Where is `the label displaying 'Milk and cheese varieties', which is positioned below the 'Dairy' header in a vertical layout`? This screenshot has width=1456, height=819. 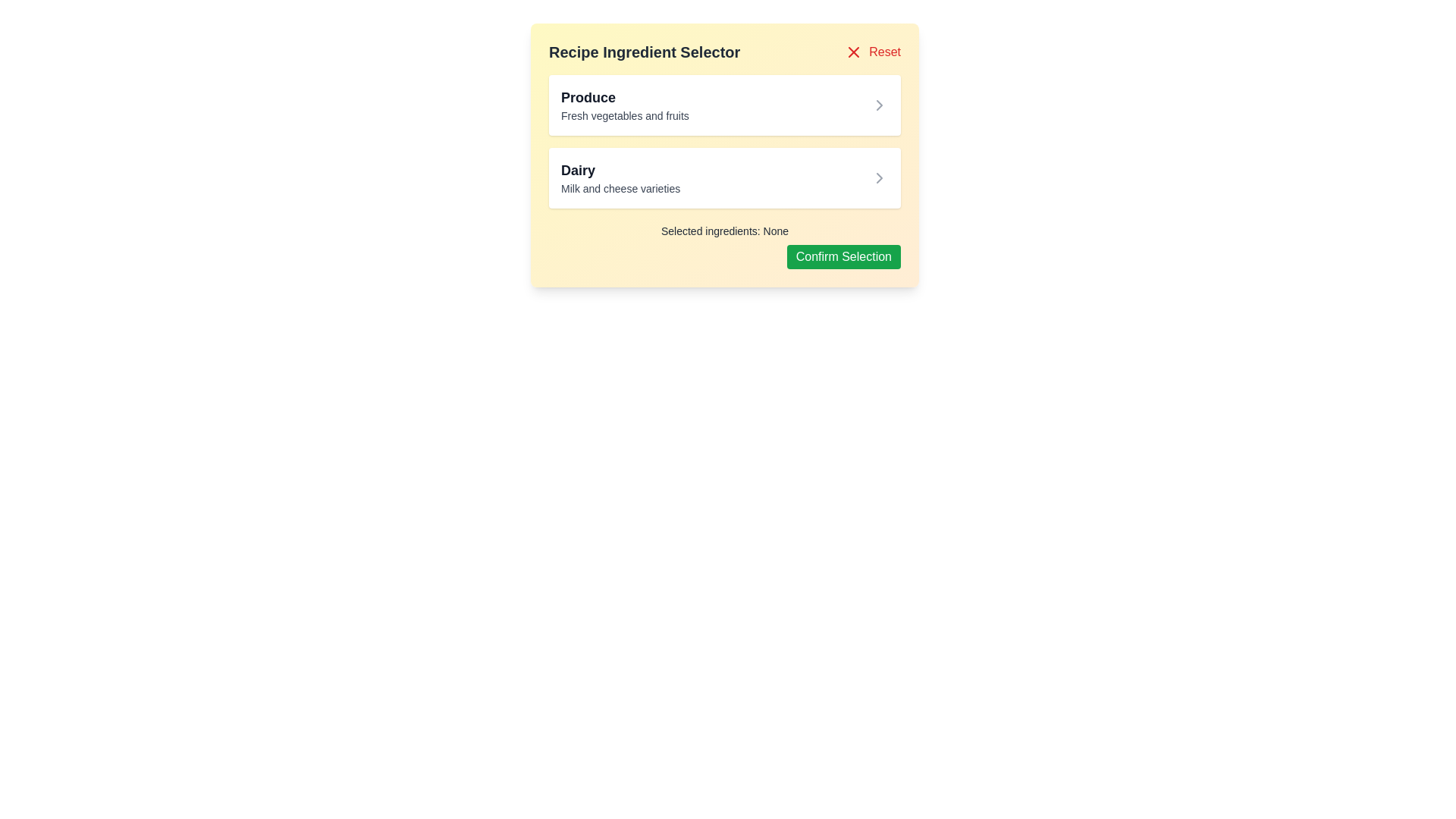 the label displaying 'Milk and cheese varieties', which is positioned below the 'Dairy' header in a vertical layout is located at coordinates (620, 188).